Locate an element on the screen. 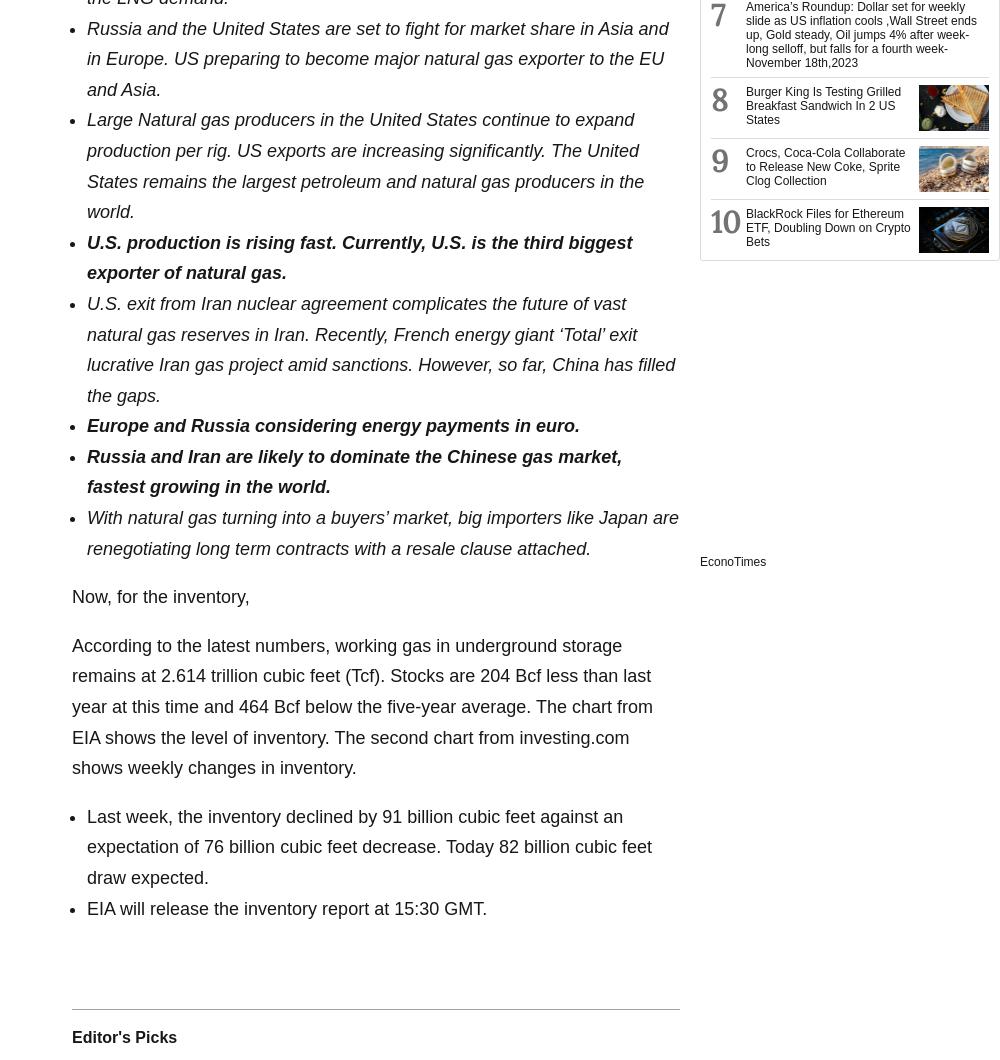 The height and width of the screenshot is (1060, 1000). '8' is located at coordinates (710, 99).